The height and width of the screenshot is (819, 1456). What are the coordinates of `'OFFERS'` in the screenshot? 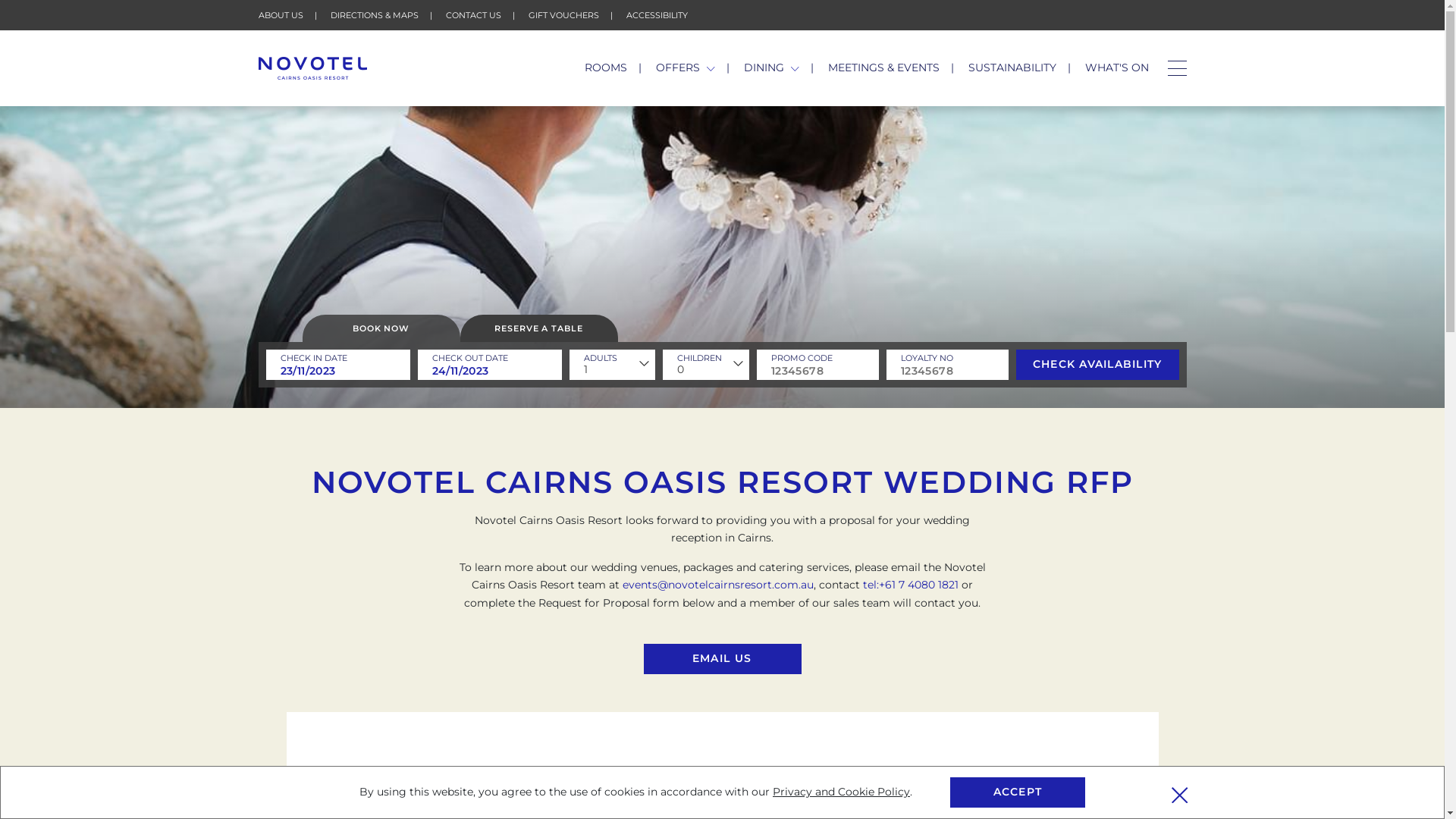 It's located at (684, 67).